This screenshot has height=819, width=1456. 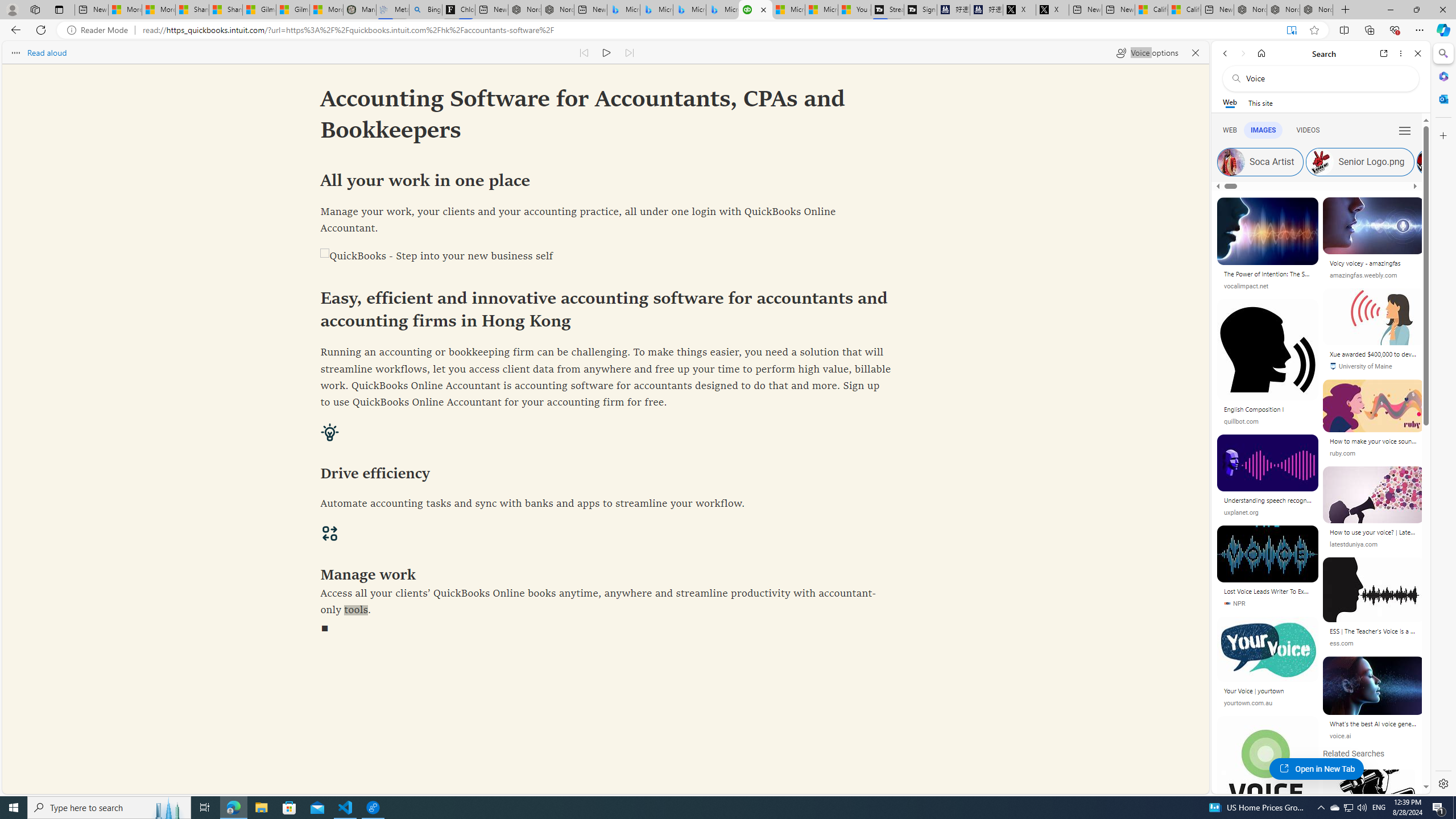 I want to click on 'Nordace - Siena Pro 15 Essential Set', so click(x=1316, y=9).